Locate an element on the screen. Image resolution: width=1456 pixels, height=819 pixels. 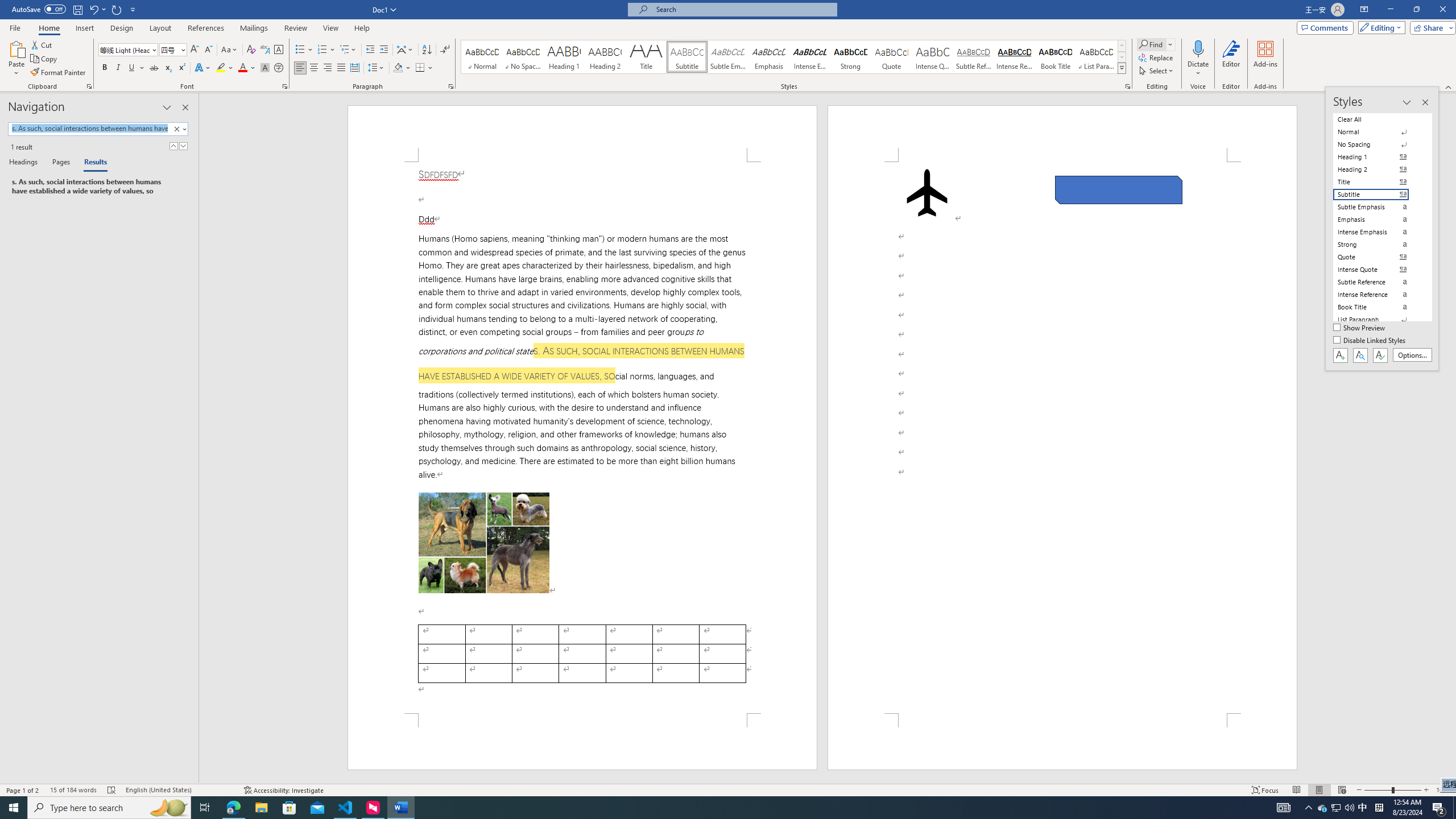
'Heading 2' is located at coordinates (605, 56).